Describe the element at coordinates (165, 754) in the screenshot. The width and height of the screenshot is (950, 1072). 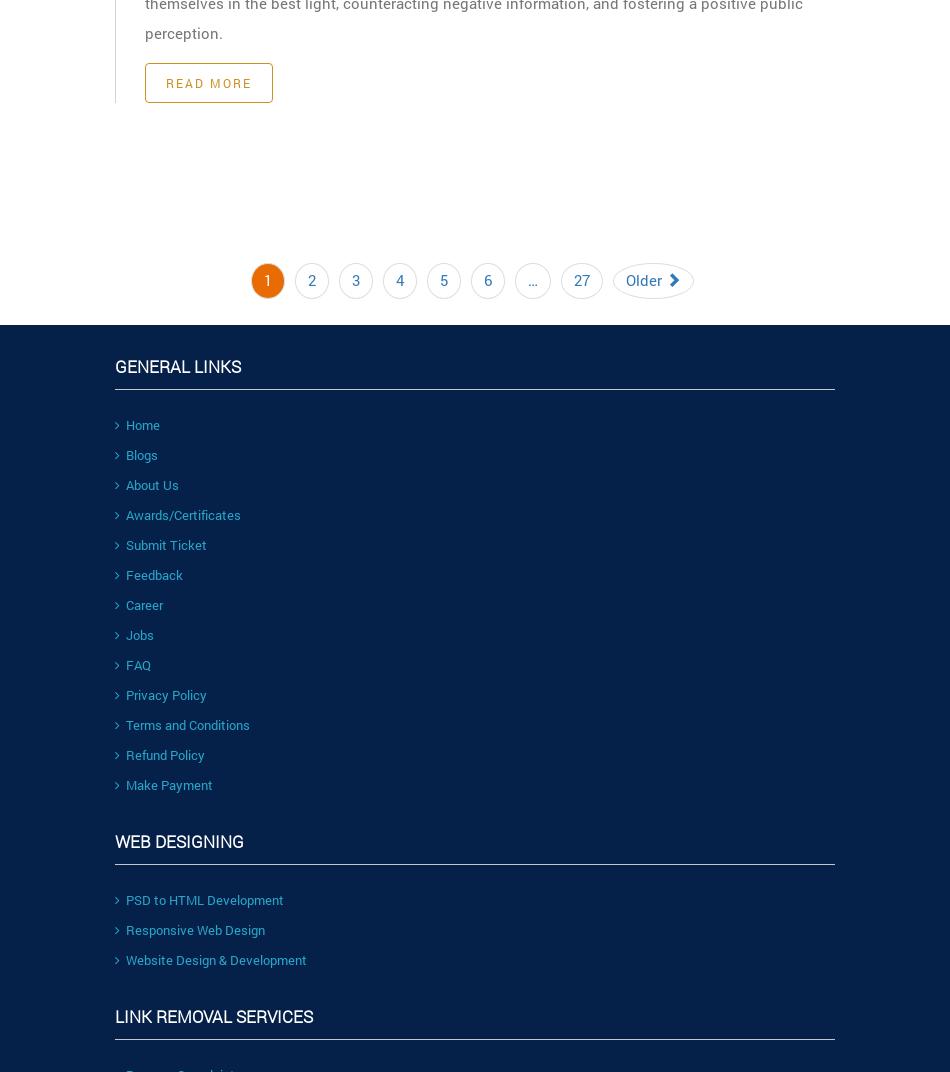
I see `'Refund Policy'` at that location.